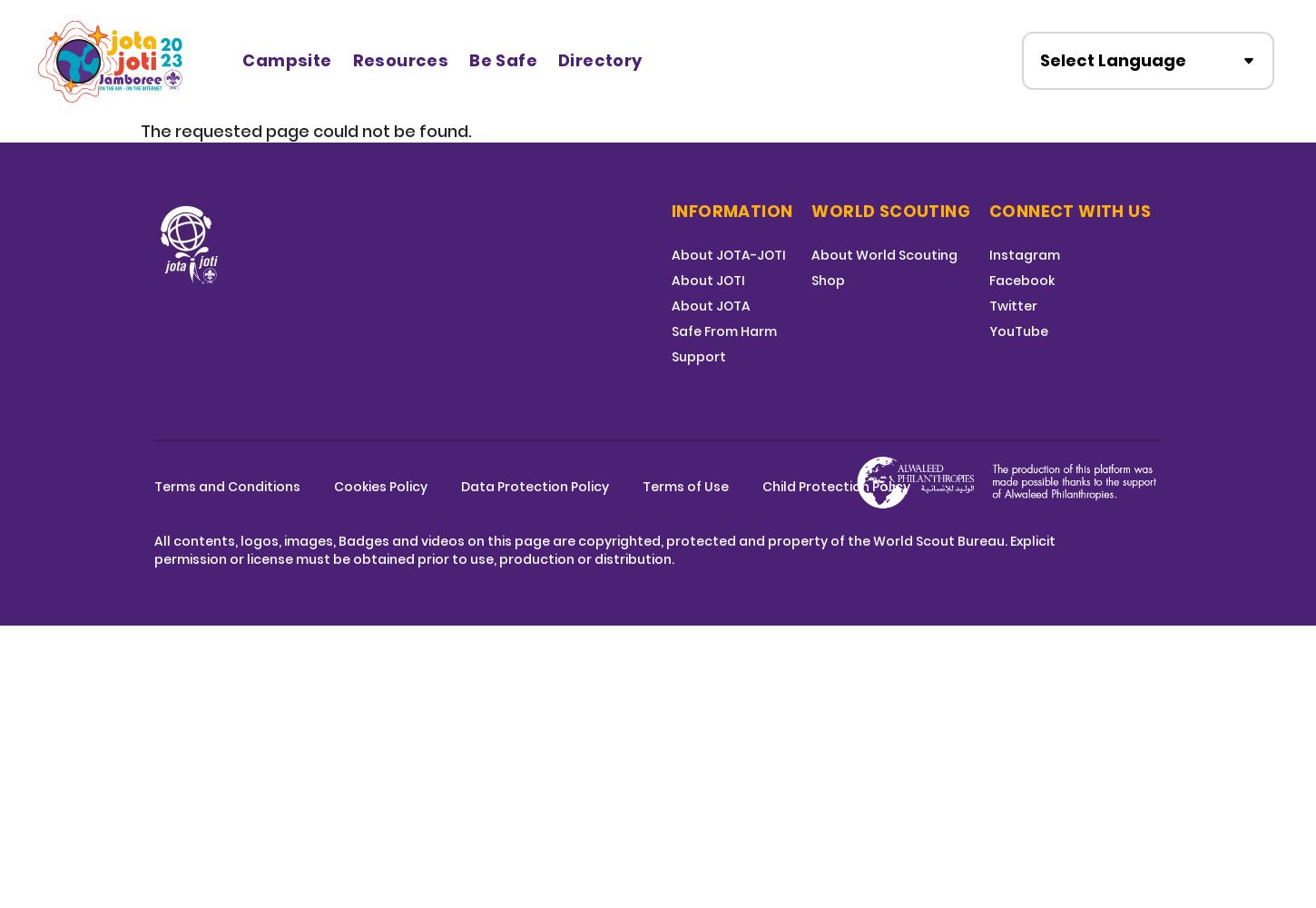 Image resolution: width=1316 pixels, height=908 pixels. What do you see at coordinates (711, 305) in the screenshot?
I see `'About JOTA'` at bounding box center [711, 305].